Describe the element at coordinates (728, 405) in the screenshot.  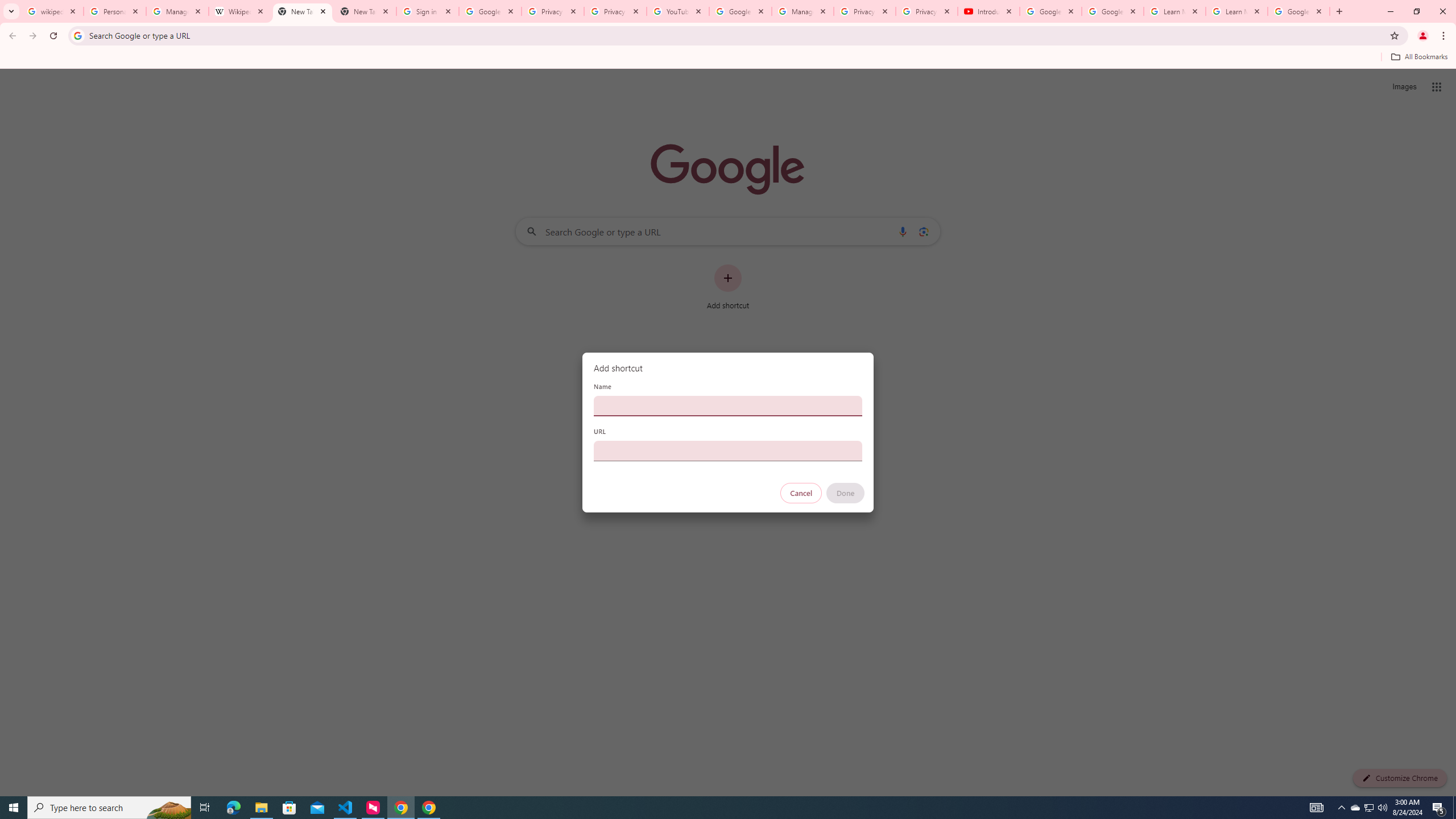
I see `'Name'` at that location.